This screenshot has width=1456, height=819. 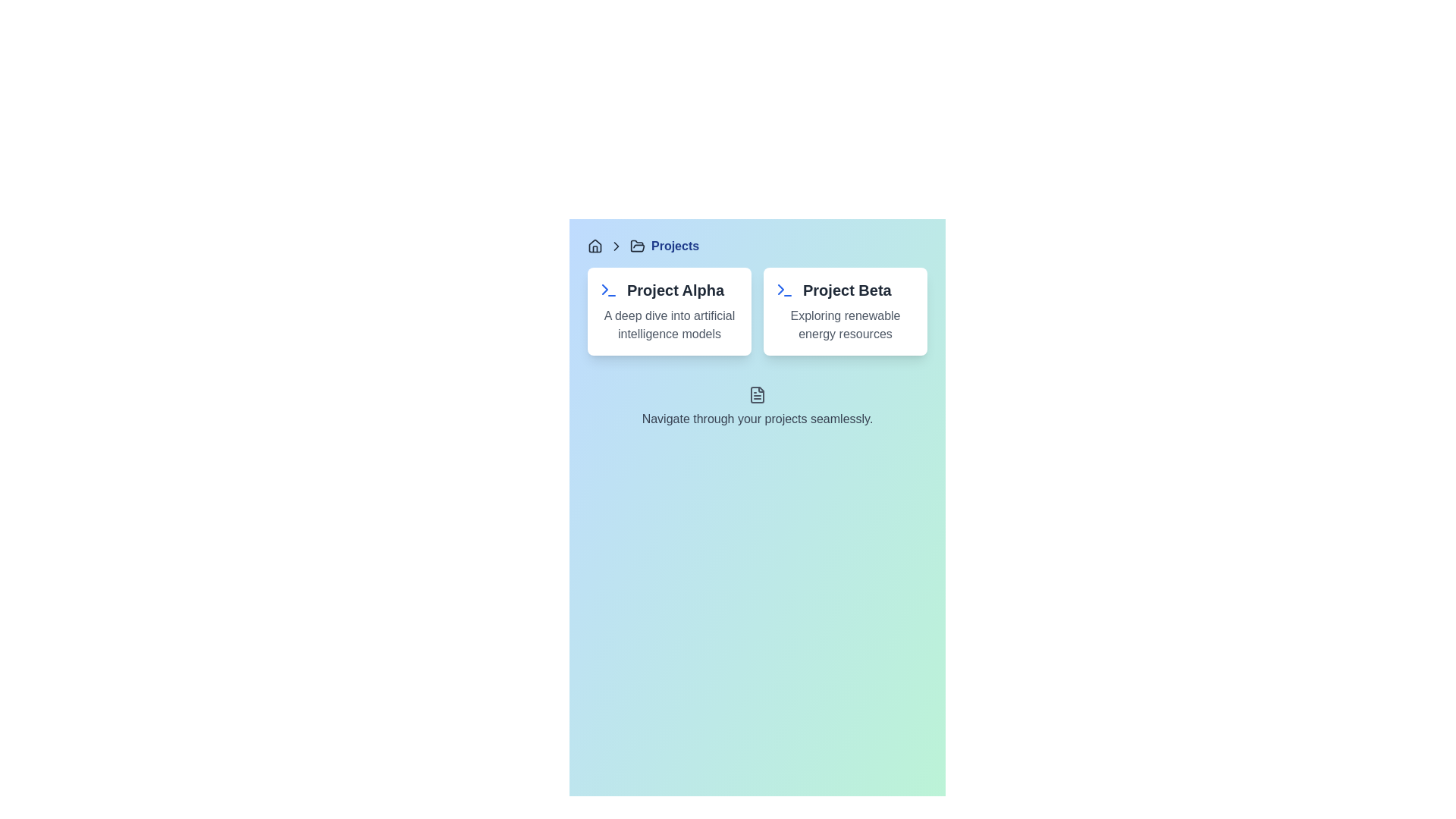 I want to click on the visual representation of the open folder icon located in the breadcrumb navigation bar next to the 'Projects' text, so click(x=637, y=245).